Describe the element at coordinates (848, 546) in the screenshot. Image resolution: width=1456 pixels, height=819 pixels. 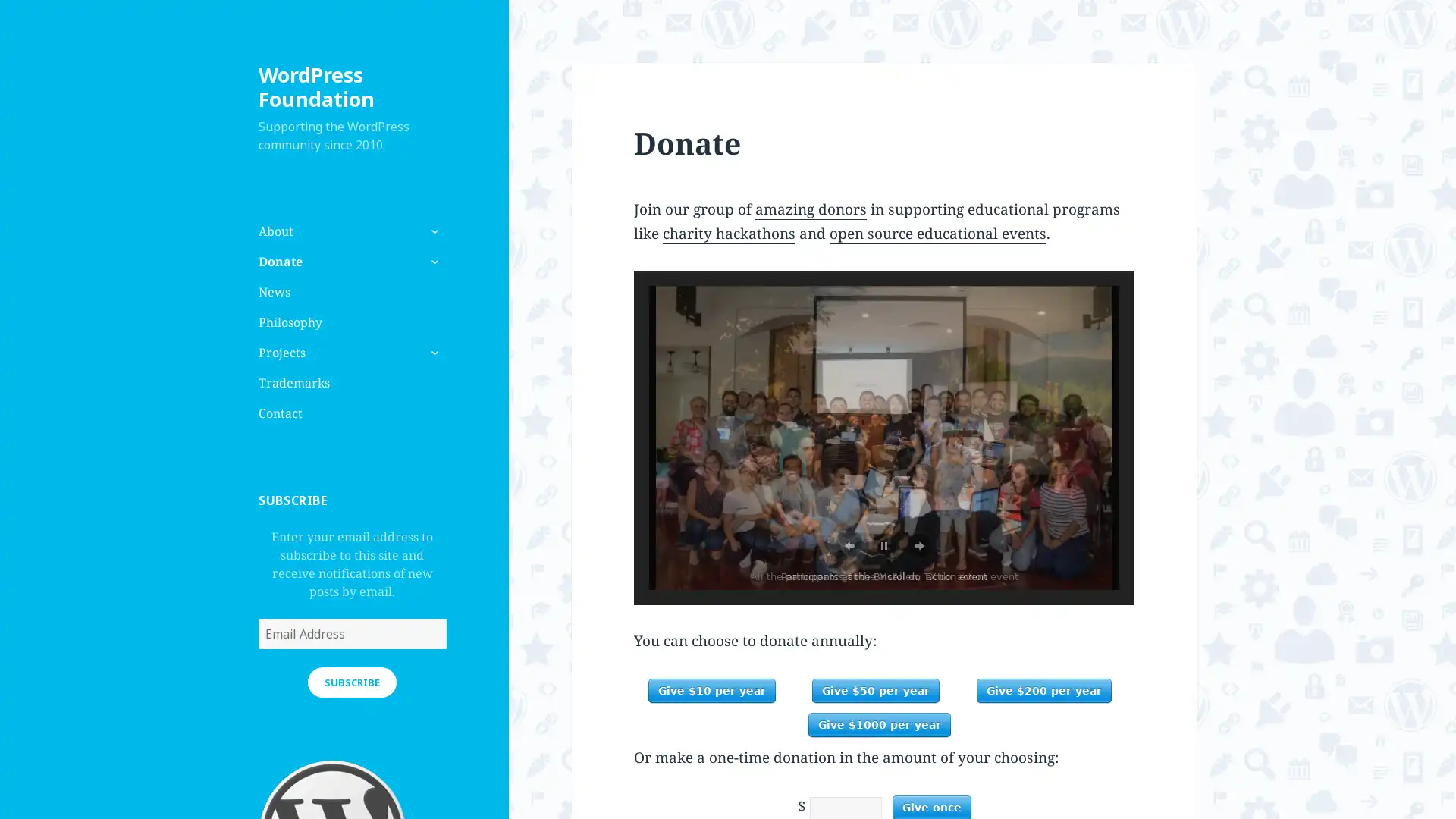
I see `Previous Slide` at that location.